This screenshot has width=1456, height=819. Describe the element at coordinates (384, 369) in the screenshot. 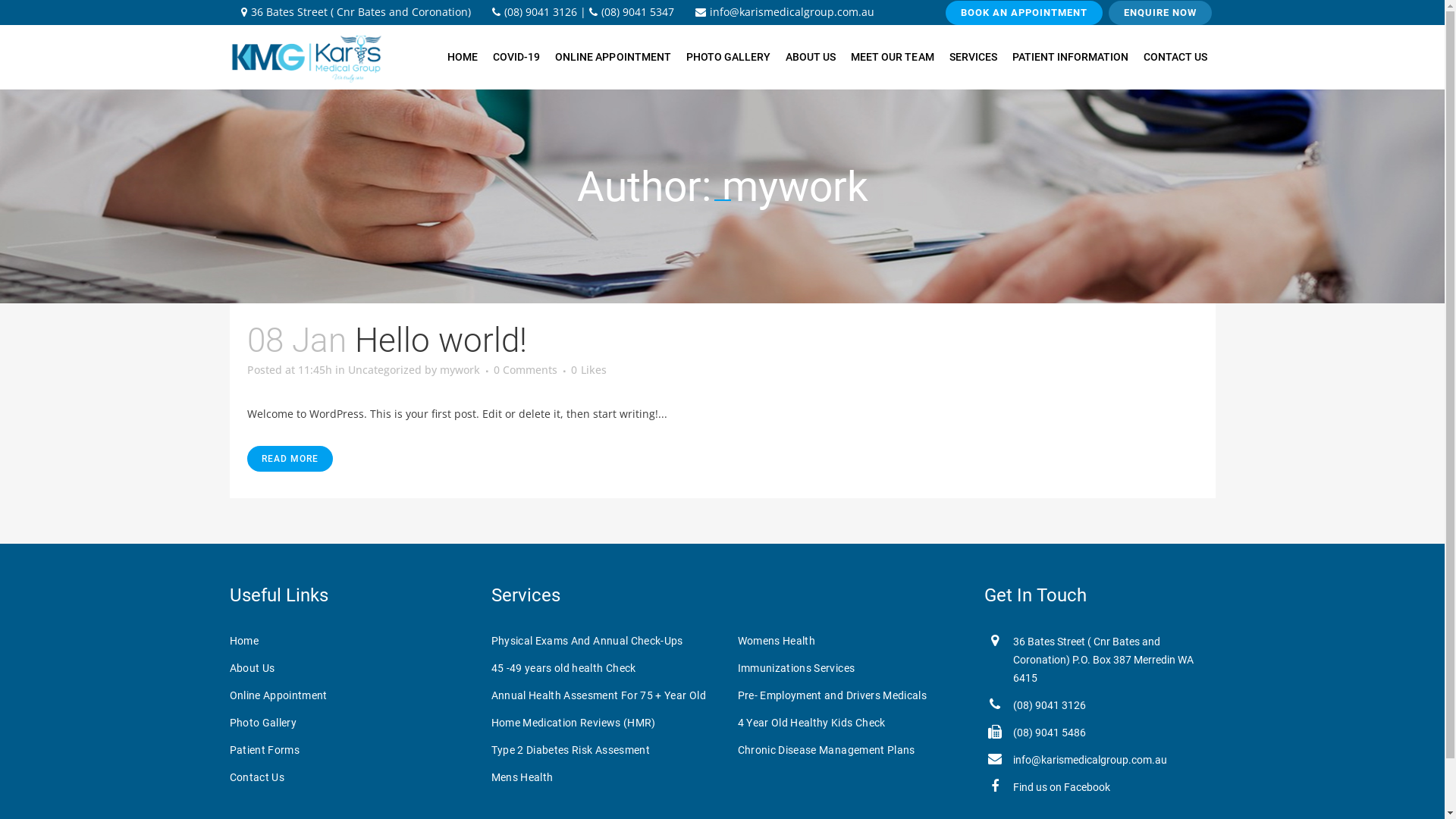

I see `'Uncategorized'` at that location.